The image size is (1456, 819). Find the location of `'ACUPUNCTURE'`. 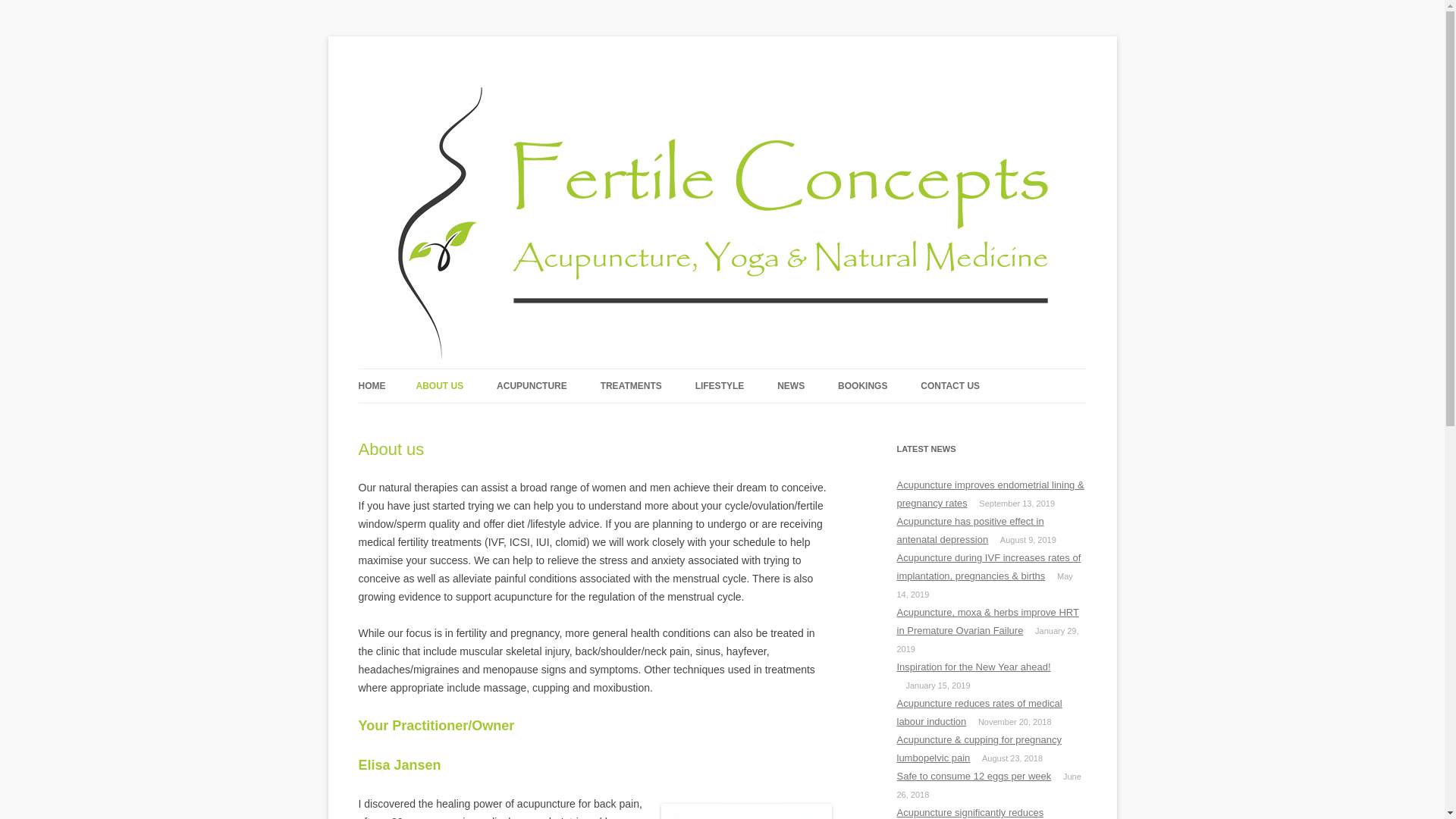

'ACUPUNCTURE' is located at coordinates (532, 385).